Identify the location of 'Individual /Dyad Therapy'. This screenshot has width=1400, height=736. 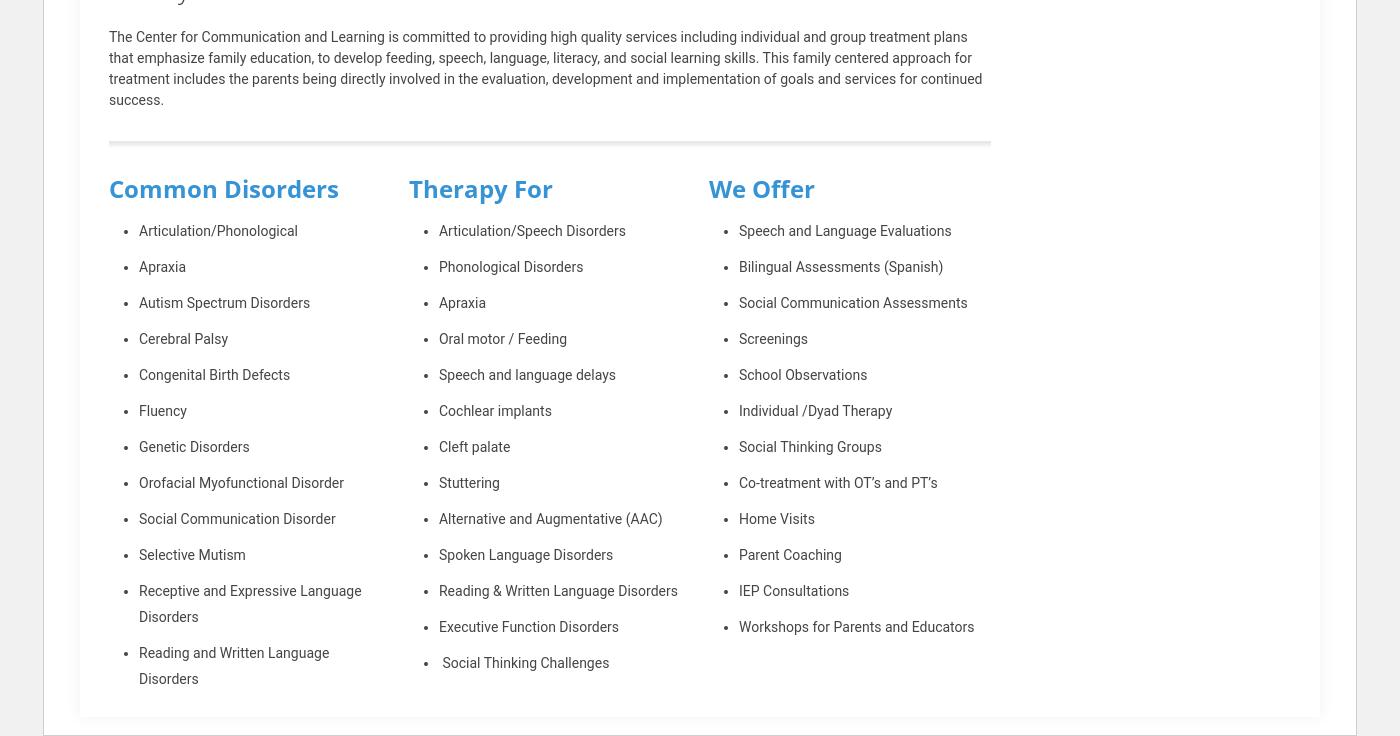
(737, 409).